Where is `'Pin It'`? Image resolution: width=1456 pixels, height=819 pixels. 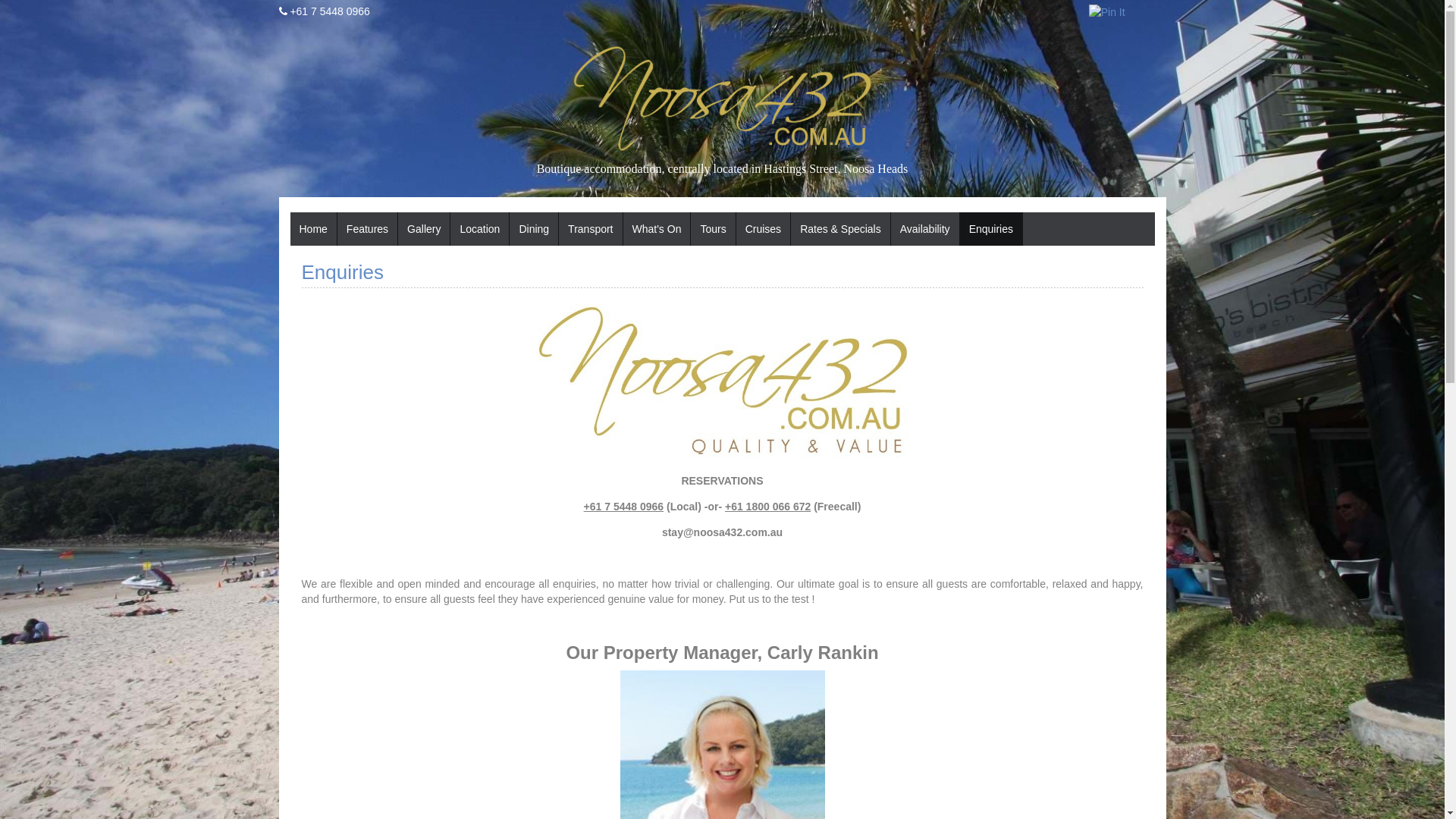 'Pin It' is located at coordinates (1106, 11).